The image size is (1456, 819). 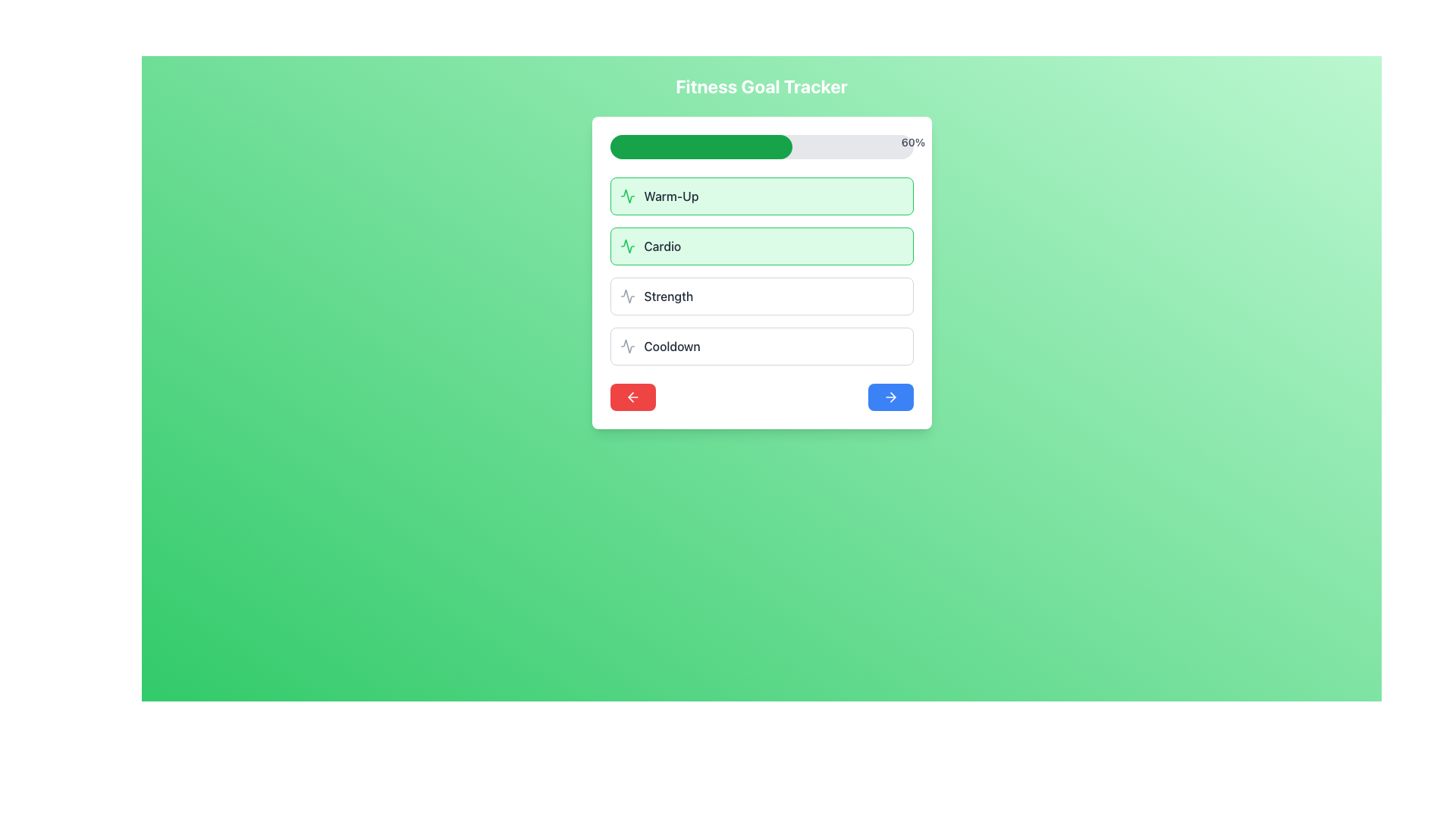 What do you see at coordinates (627, 245) in the screenshot?
I see `the SVG waveform icon styled in green located inside the second green-framed box labeled 'Cardio' in the 'Fitness Goal Tracker' section` at bounding box center [627, 245].